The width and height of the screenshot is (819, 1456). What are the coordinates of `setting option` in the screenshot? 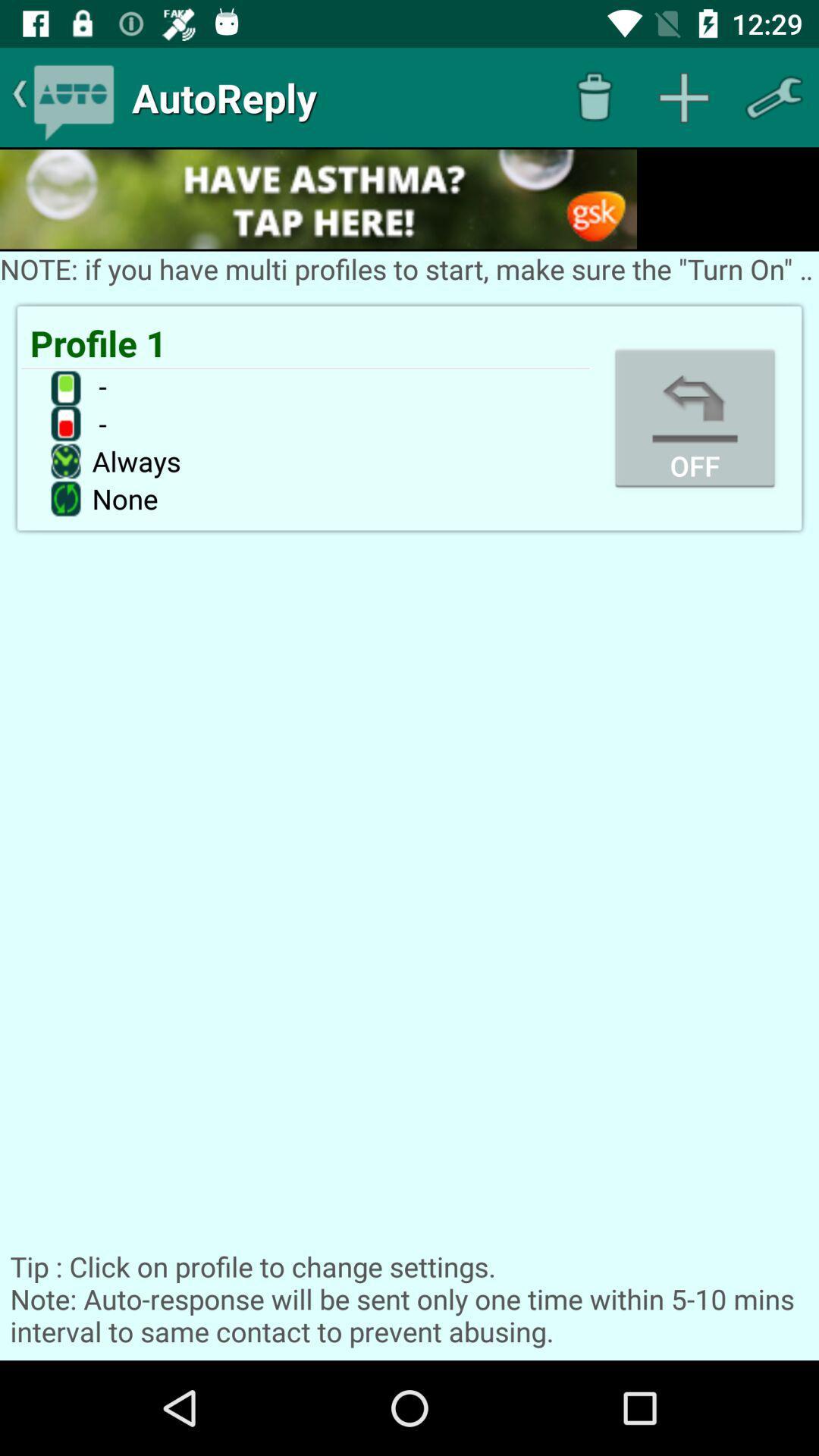 It's located at (773, 96).